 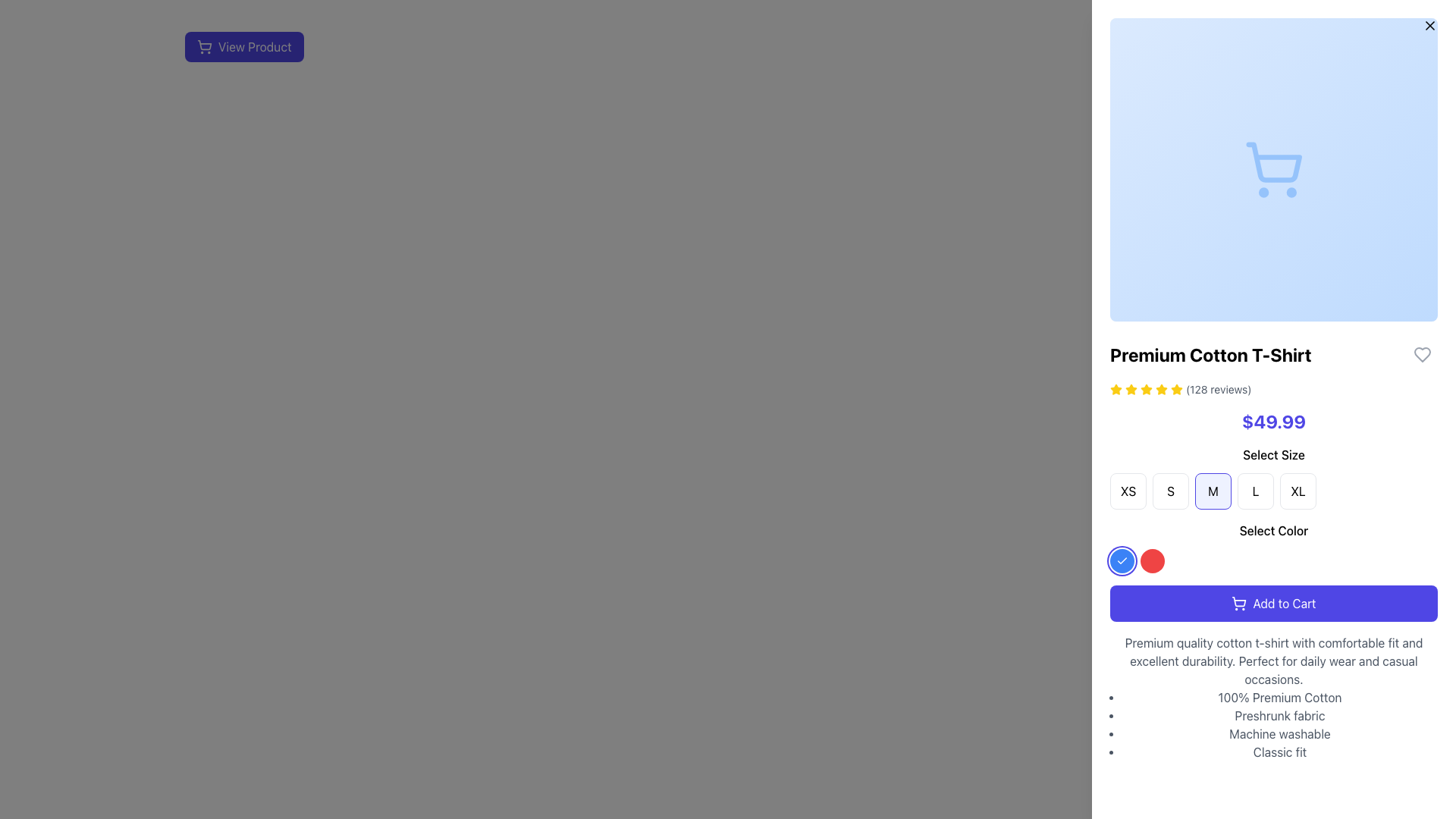 I want to click on the text label displaying 'Preshrunk fabric', so click(x=1279, y=716).